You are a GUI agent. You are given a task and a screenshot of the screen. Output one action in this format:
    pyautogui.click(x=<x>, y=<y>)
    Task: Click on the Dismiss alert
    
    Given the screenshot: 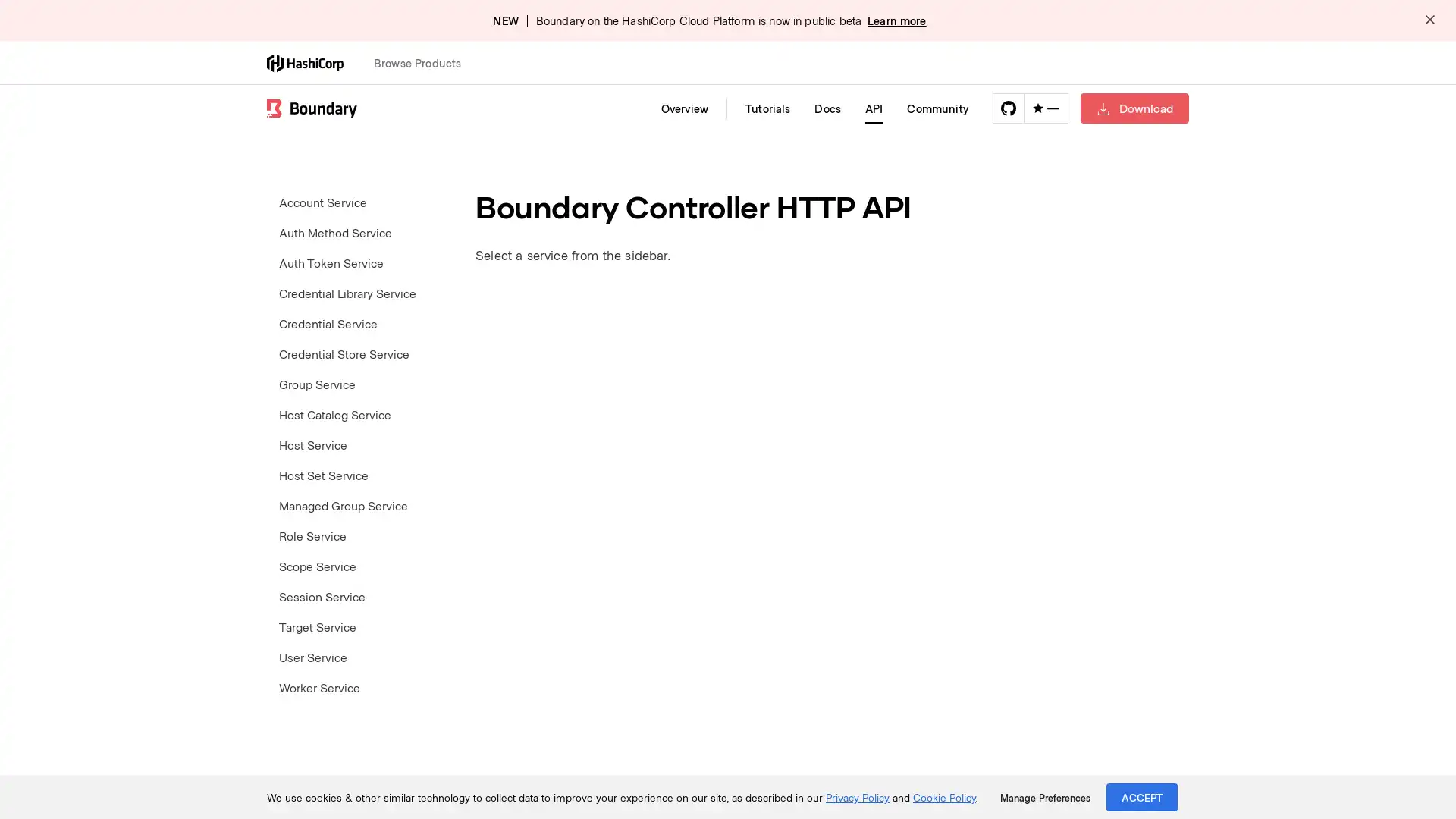 What is the action you would take?
    pyautogui.click(x=1429, y=20)
    